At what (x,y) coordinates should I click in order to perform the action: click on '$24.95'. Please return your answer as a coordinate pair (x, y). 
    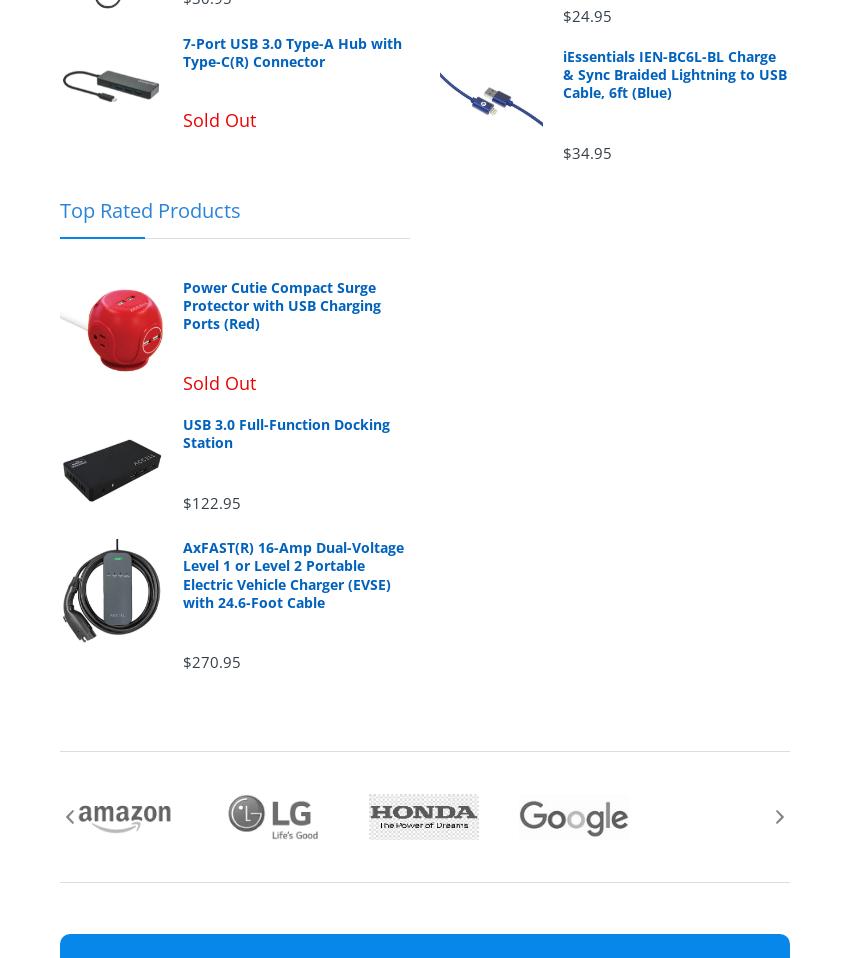
    Looking at the image, I should click on (587, 14).